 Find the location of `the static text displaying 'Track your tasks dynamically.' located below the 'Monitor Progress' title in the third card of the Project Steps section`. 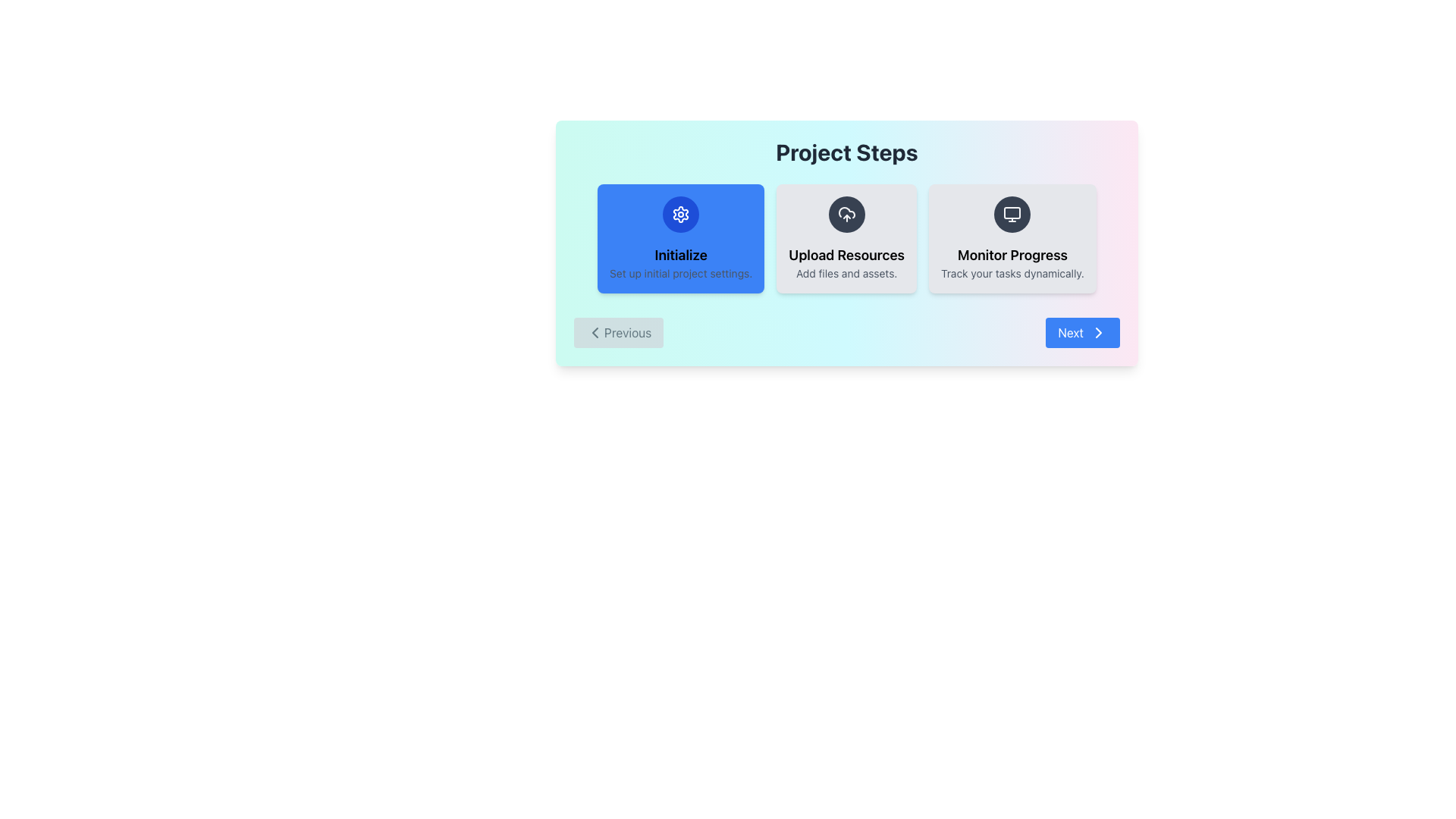

the static text displaying 'Track your tasks dynamically.' located below the 'Monitor Progress' title in the third card of the Project Steps section is located at coordinates (1012, 274).